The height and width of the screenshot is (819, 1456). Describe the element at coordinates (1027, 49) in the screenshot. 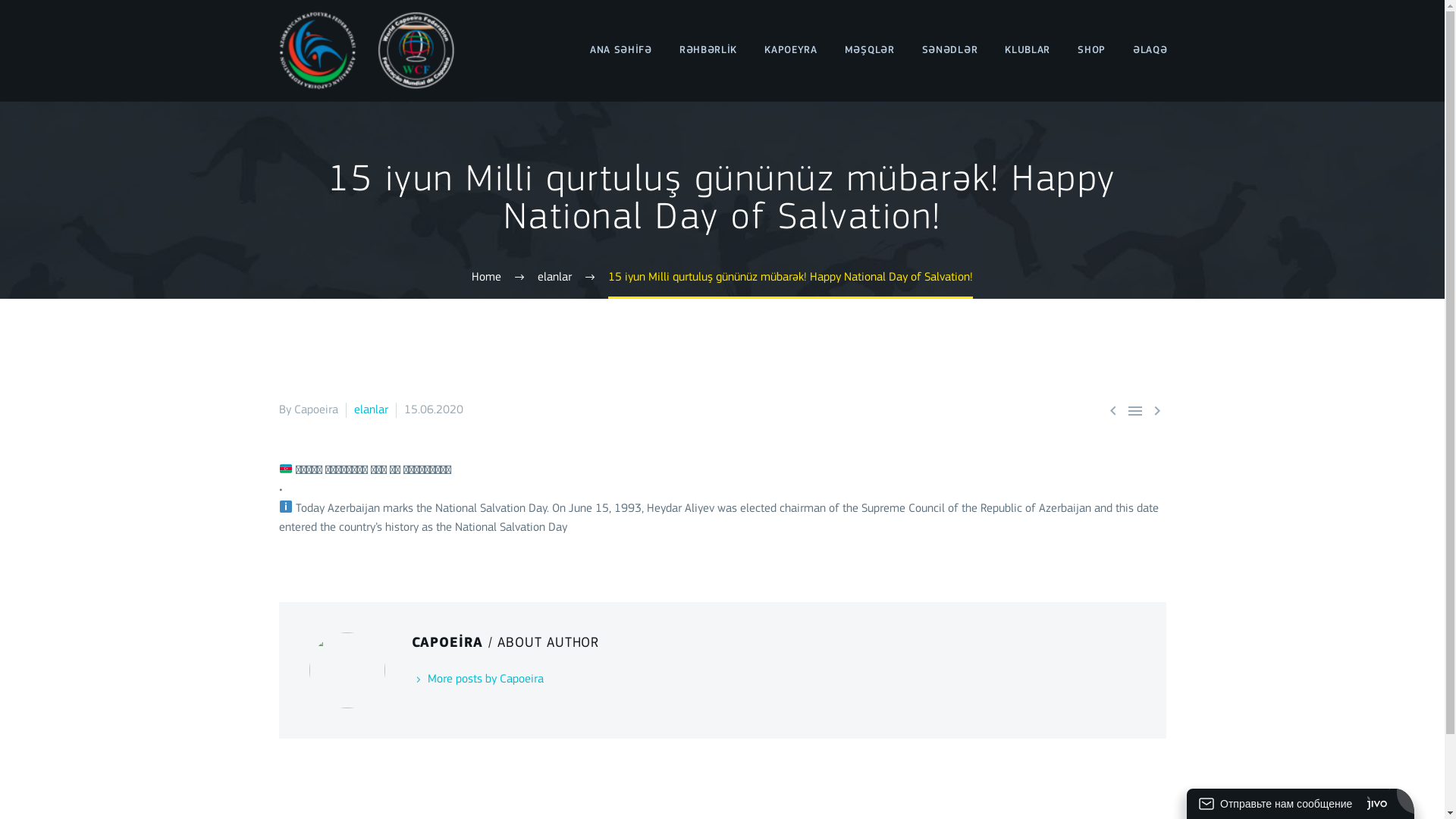

I see `'KLUBLAR'` at that location.